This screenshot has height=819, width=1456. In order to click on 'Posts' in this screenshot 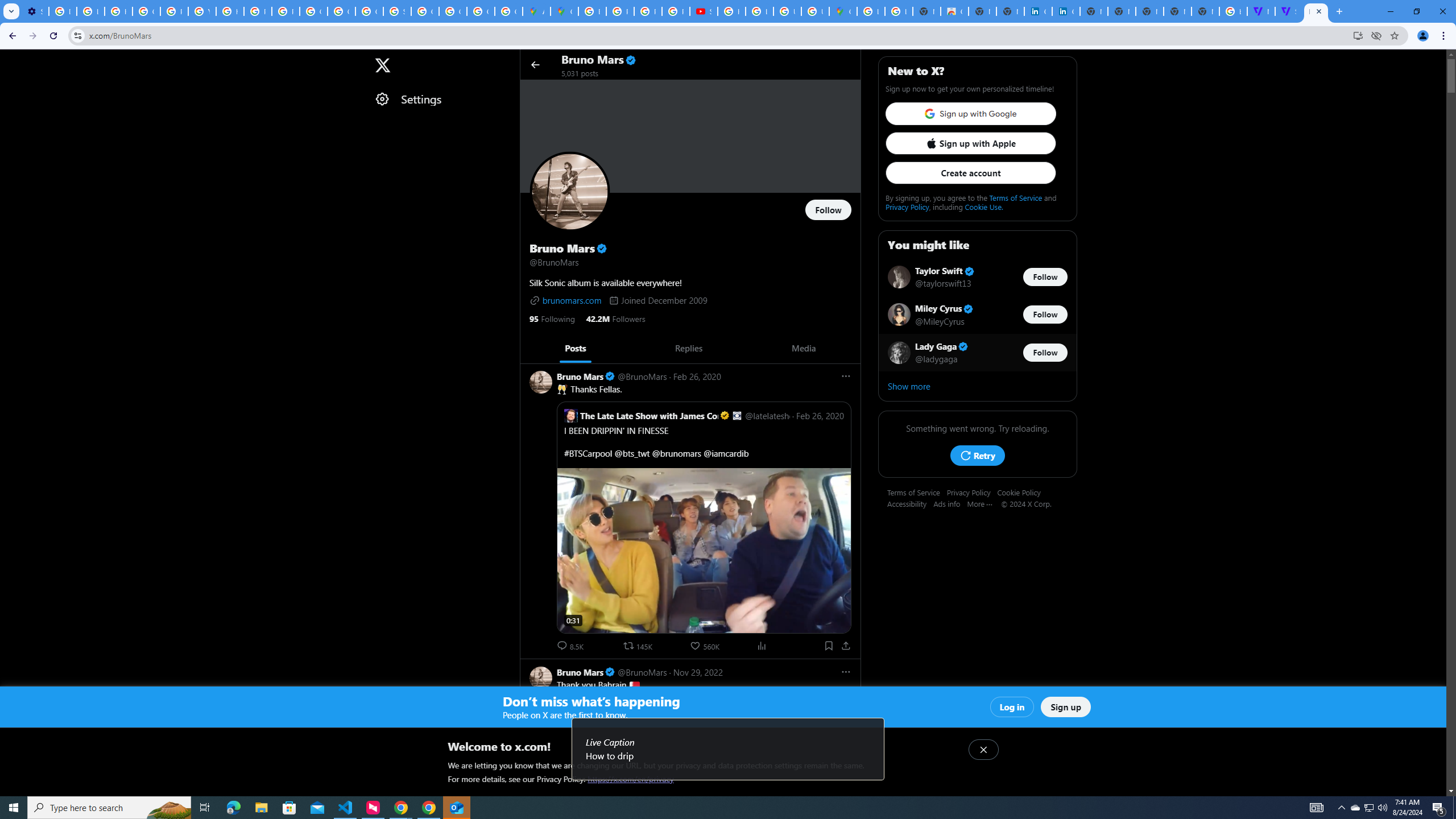, I will do `click(574, 348)`.